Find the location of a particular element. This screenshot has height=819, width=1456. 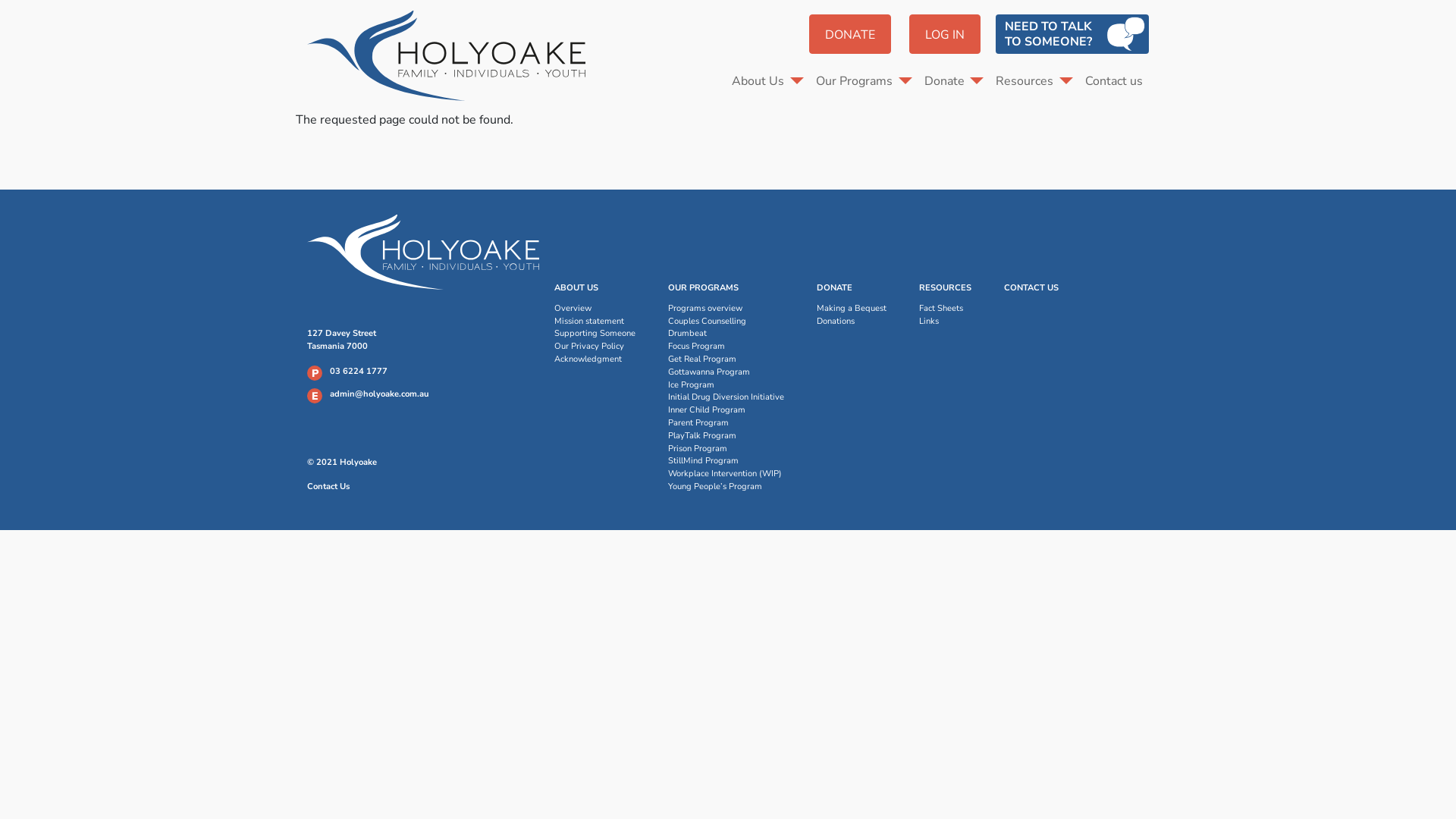

'CONTACT US' is located at coordinates (1031, 288).